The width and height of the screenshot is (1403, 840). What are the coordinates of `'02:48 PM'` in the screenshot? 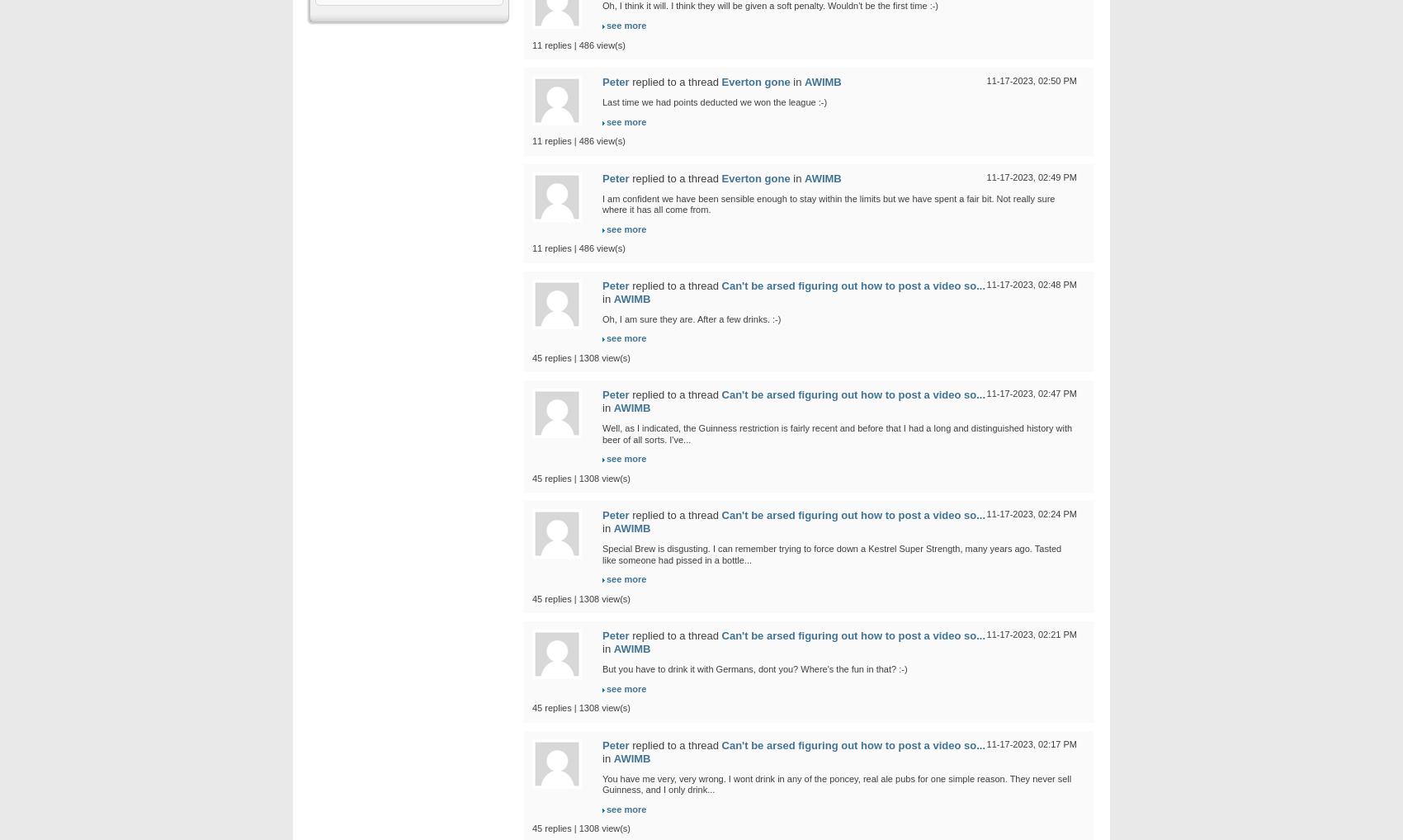 It's located at (1056, 282).